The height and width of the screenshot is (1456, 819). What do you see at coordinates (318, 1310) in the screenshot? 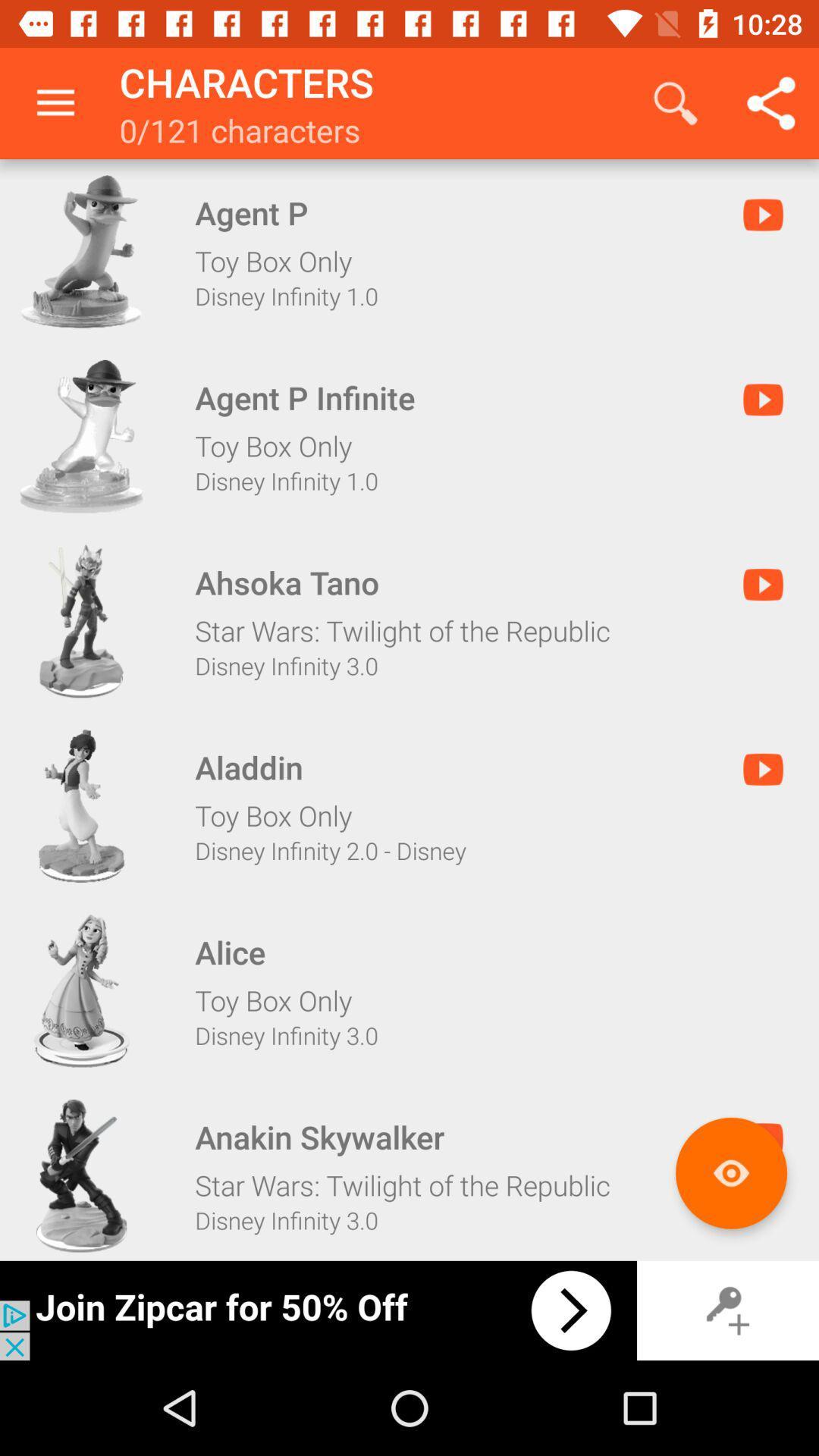
I see `previous` at bounding box center [318, 1310].